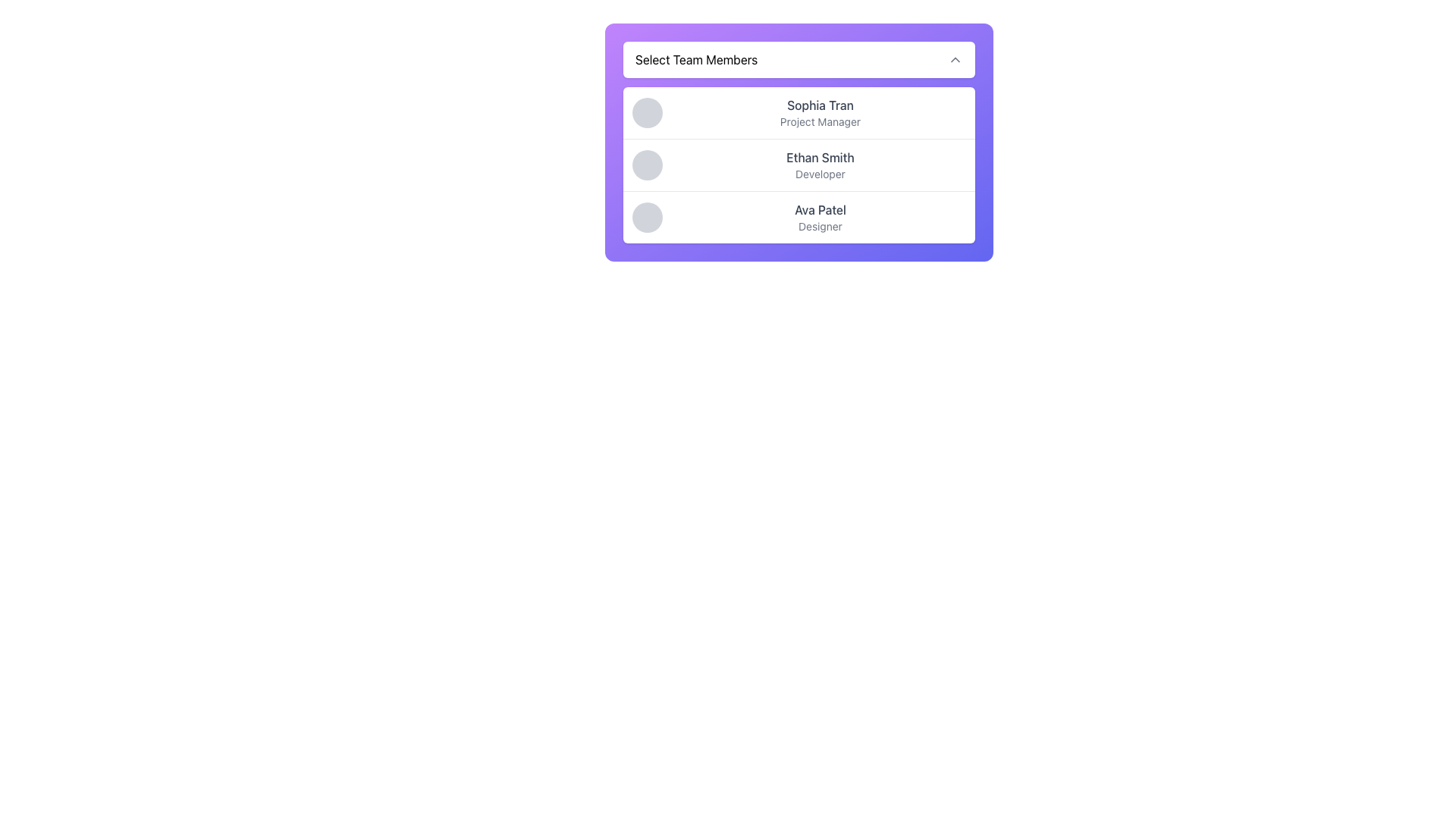  What do you see at coordinates (819, 158) in the screenshot?
I see `the text label displaying 'Ethan Smith', which is the second entry in the list under 'Select Team Members'` at bounding box center [819, 158].